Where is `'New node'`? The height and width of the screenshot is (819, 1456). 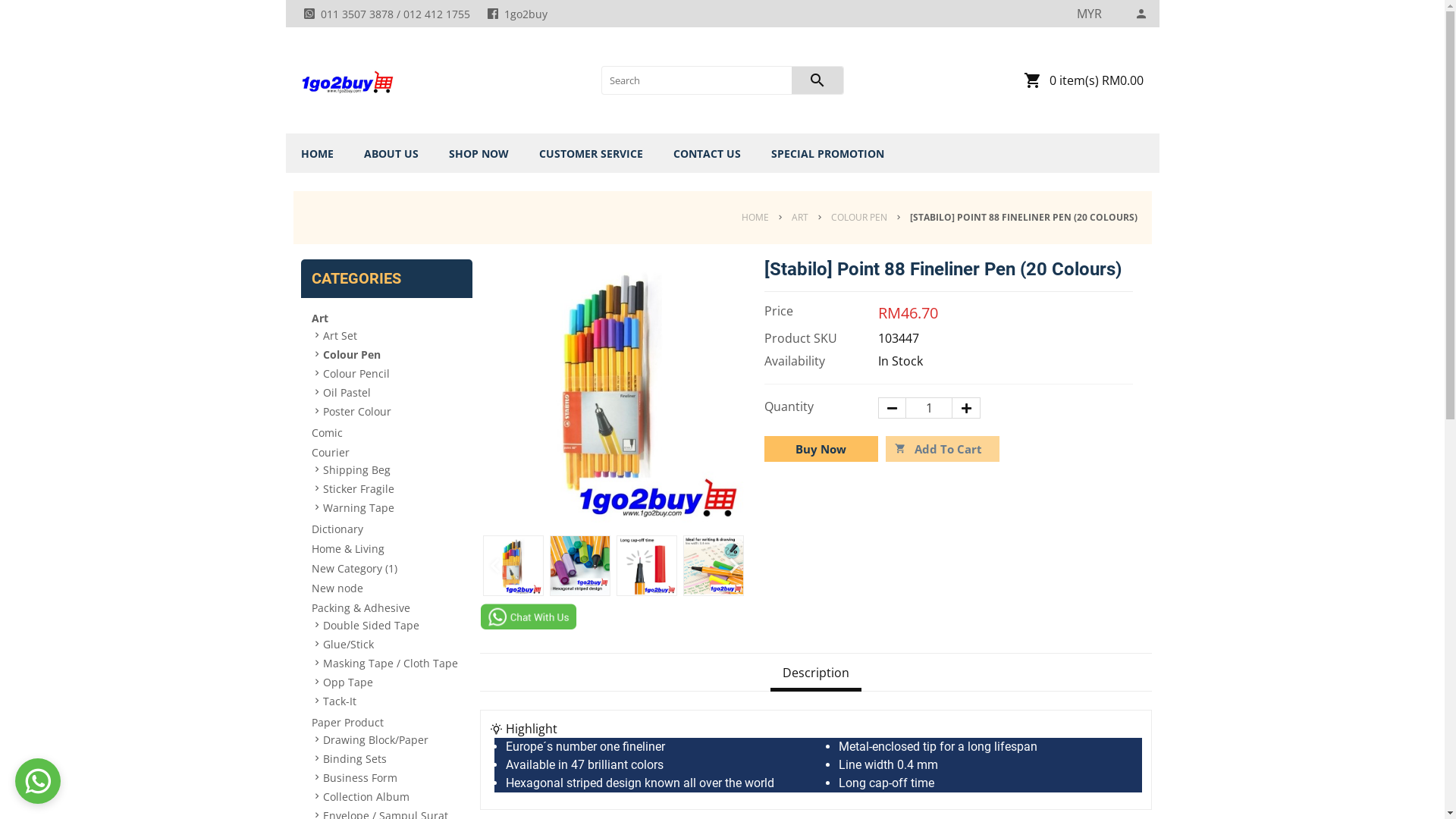 'New node' is located at coordinates (385, 586).